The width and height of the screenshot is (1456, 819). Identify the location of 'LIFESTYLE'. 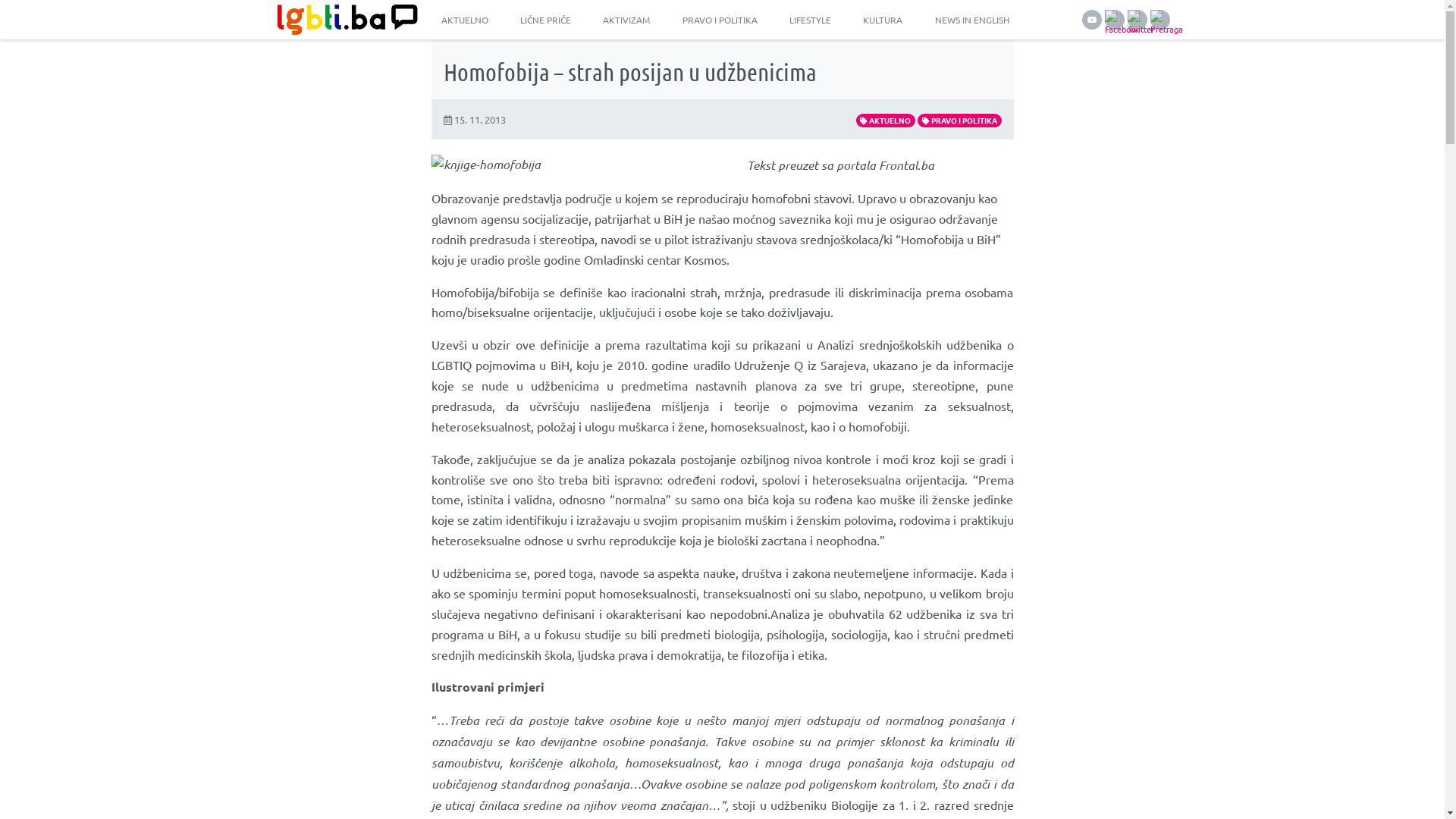
(809, 20).